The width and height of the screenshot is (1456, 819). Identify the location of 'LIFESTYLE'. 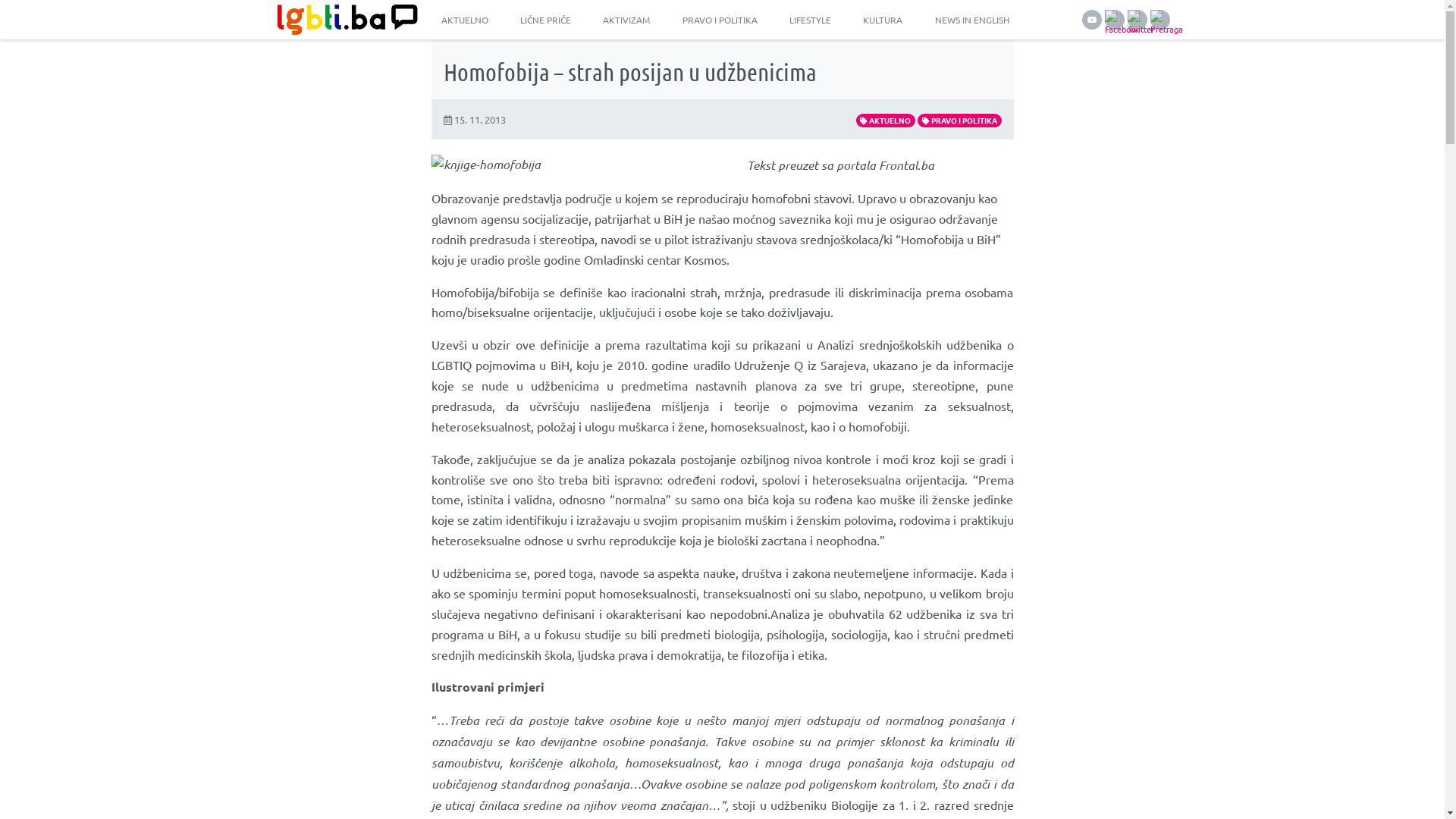
(809, 20).